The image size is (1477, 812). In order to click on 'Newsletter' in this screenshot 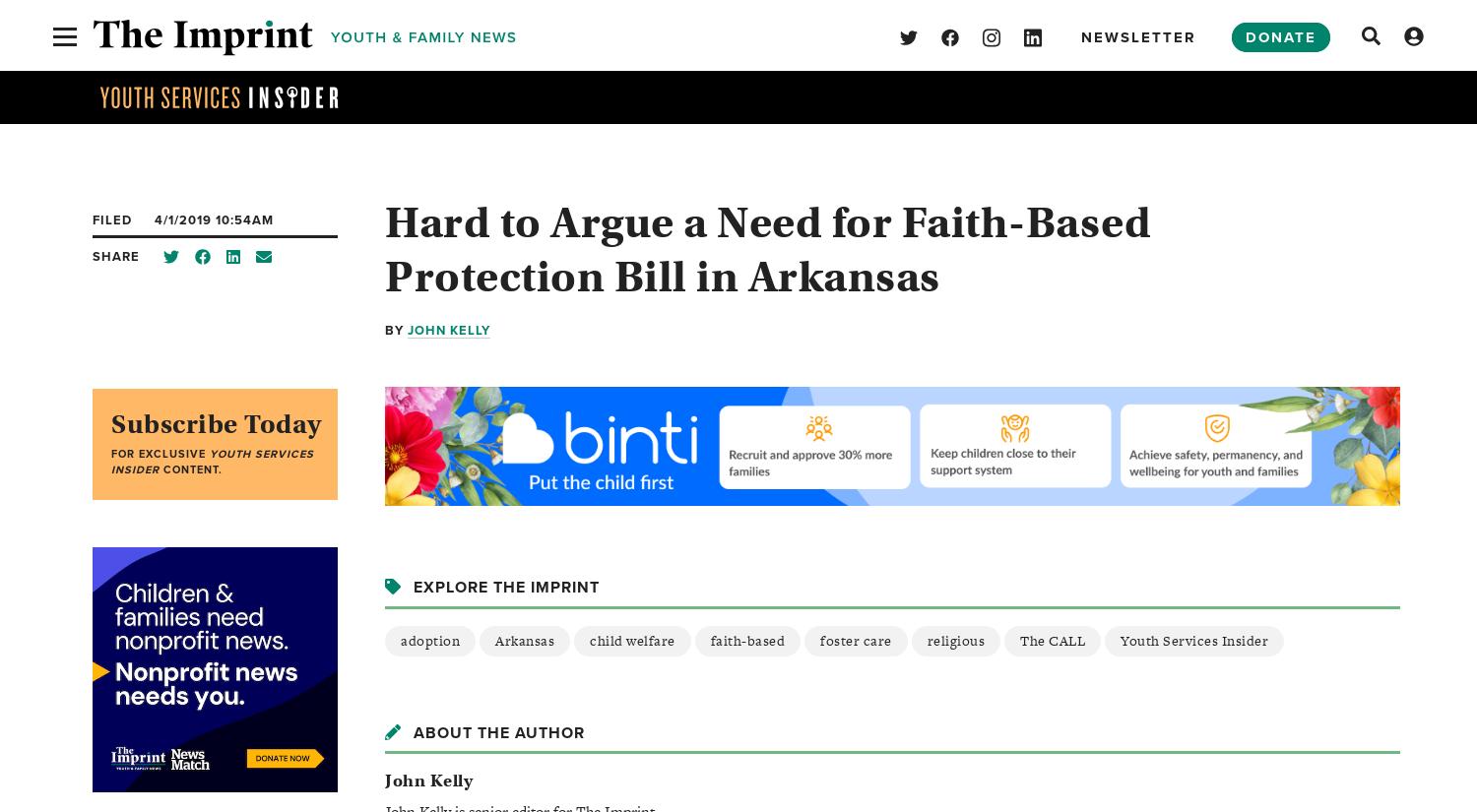, I will do `click(1138, 35)`.